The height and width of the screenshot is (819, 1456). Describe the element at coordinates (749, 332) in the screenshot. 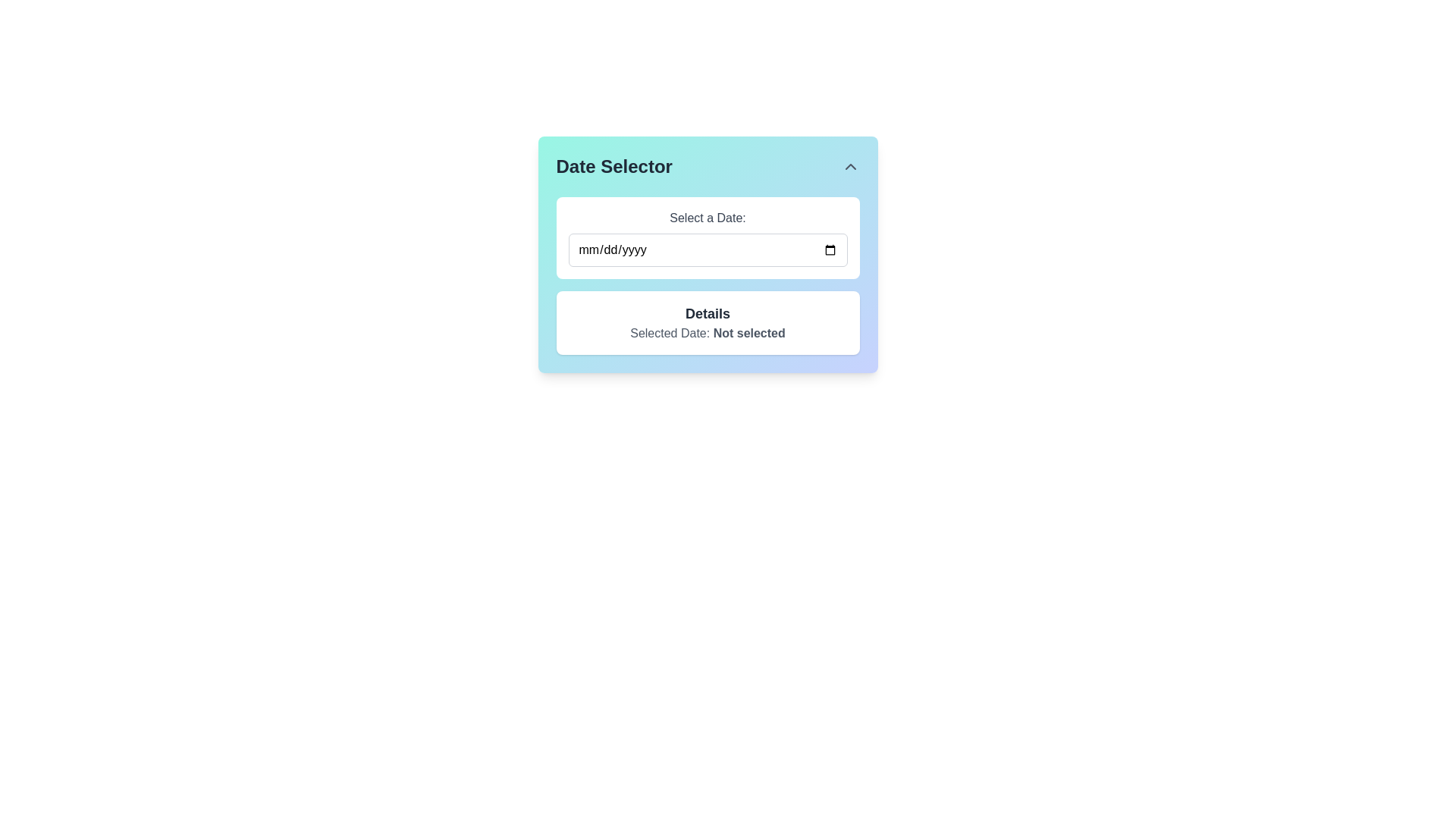

I see `the Text Label that indicates no date has been selected, located to the right of 'Selected Date:' in the 'Details' section` at that location.